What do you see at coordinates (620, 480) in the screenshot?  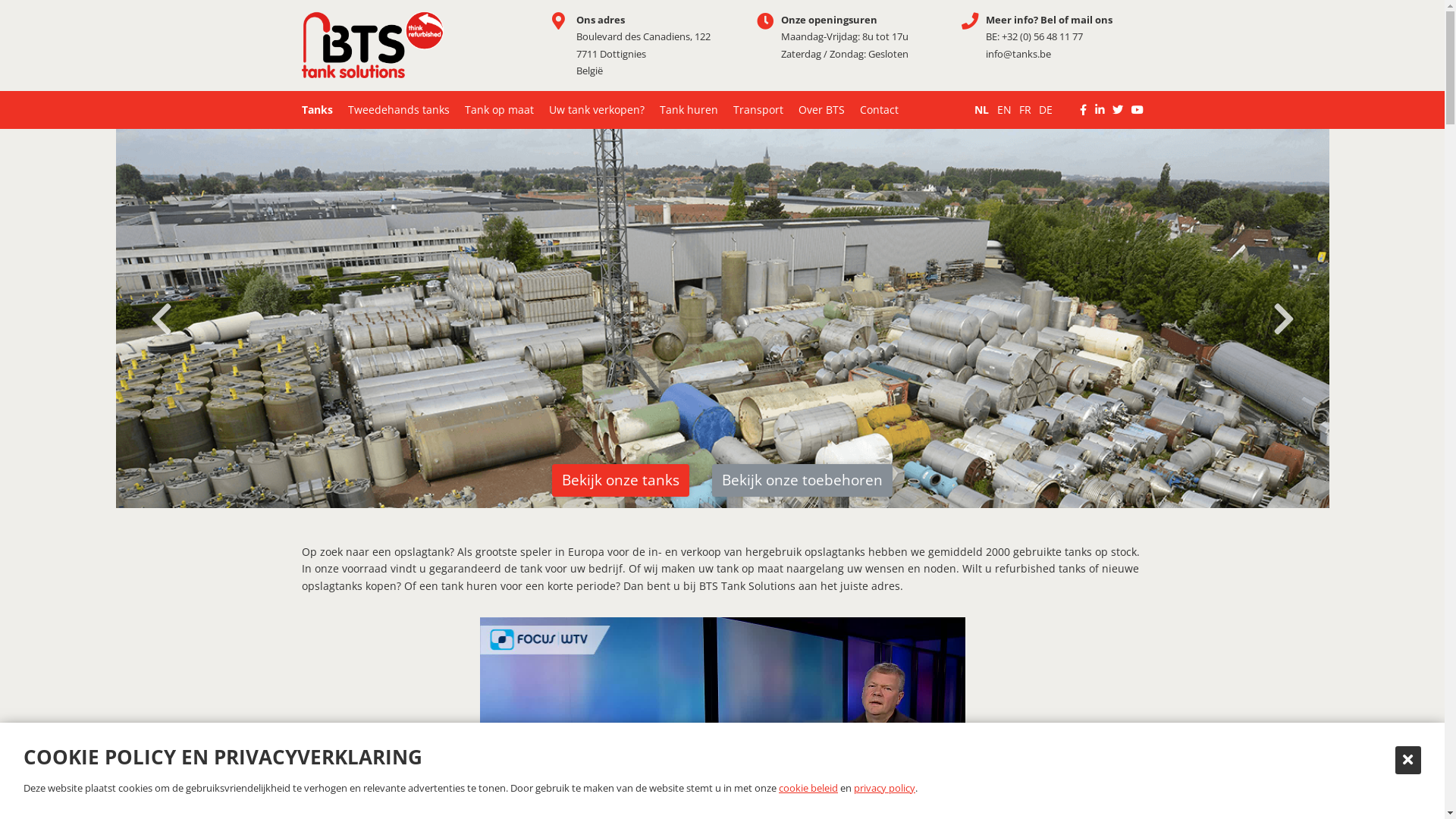 I see `'Bekijk onze tanks'` at bounding box center [620, 480].